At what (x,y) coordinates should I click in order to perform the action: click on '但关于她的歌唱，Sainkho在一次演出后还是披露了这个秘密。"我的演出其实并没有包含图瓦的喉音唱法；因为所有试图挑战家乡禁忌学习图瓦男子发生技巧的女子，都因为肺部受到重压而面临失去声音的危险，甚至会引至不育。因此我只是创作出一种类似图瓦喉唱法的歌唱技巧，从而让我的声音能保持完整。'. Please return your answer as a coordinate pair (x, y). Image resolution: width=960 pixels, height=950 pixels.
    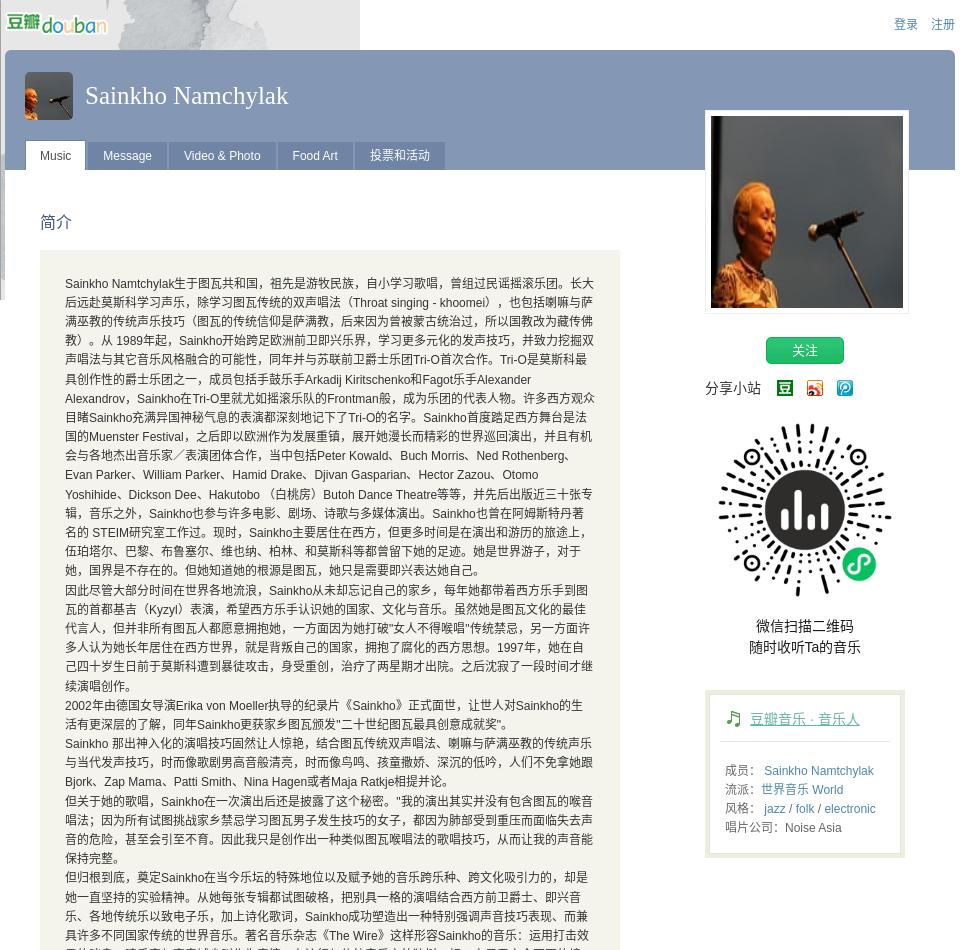
    Looking at the image, I should click on (328, 829).